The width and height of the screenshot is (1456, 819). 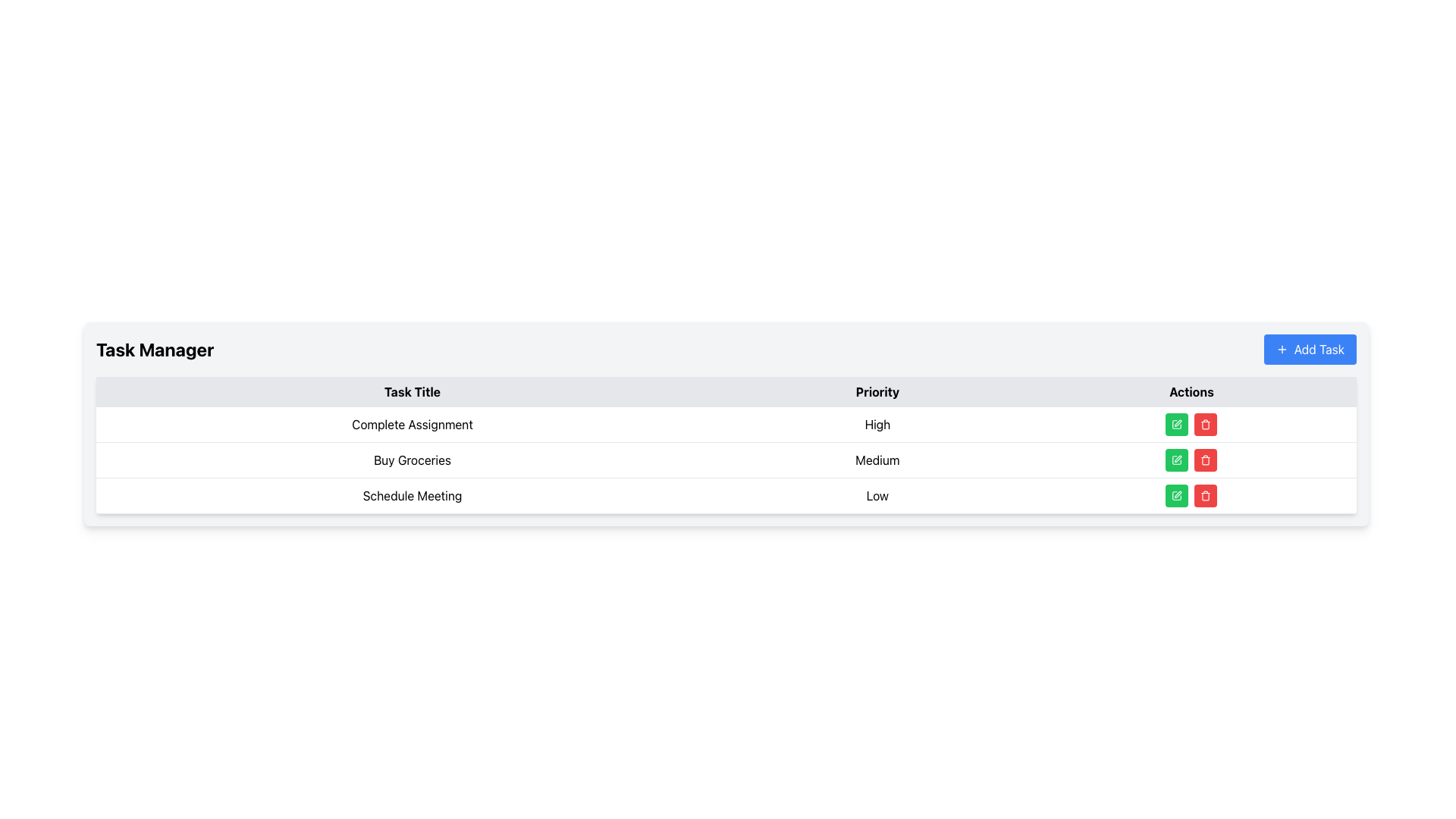 I want to click on the small red square-shaped delete button with a trash can icon in the 'Actions' column of the last row under 'Schedule Meeting', so click(x=1205, y=424).